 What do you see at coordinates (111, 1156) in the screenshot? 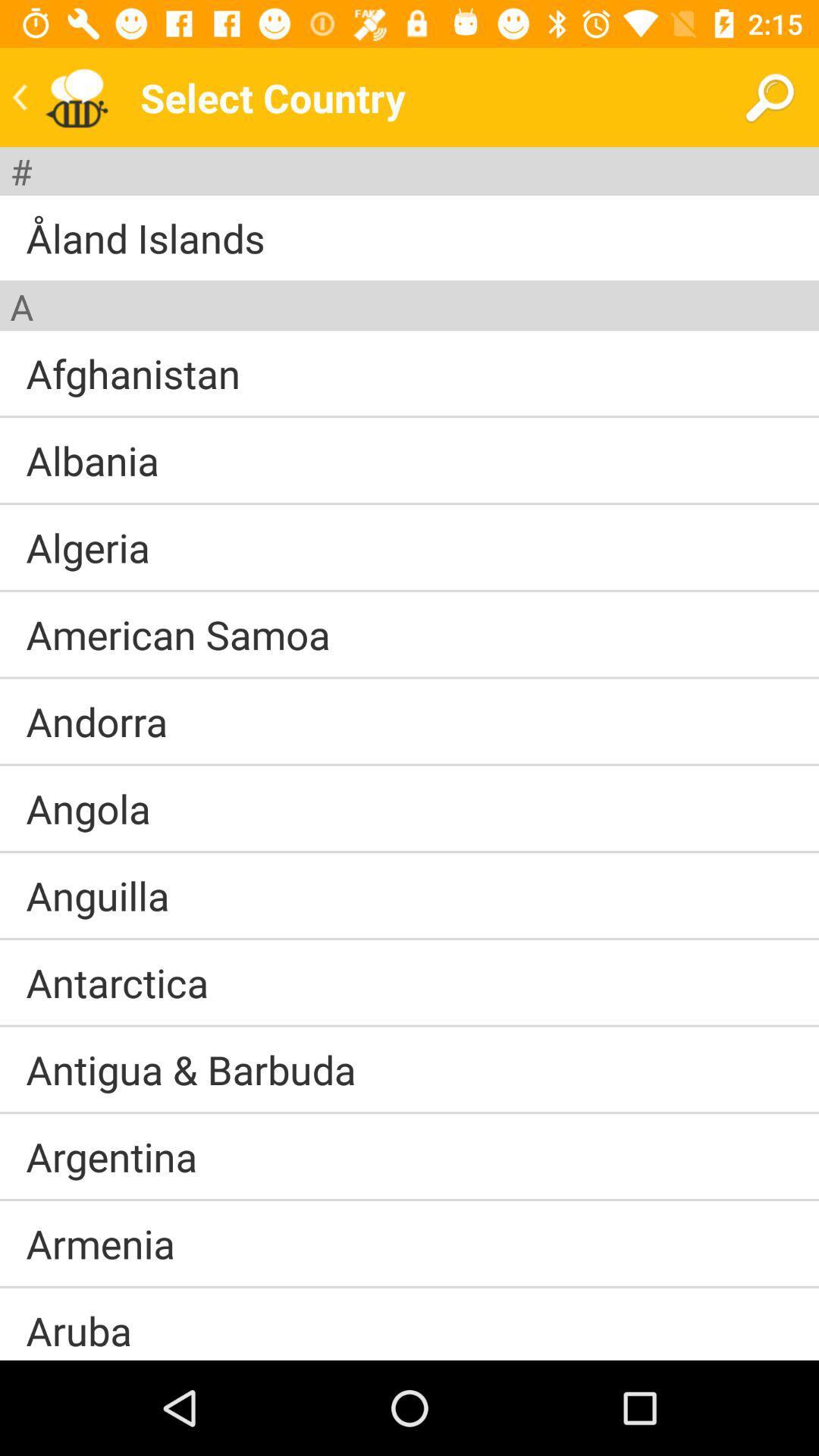
I see `the argentina` at bounding box center [111, 1156].